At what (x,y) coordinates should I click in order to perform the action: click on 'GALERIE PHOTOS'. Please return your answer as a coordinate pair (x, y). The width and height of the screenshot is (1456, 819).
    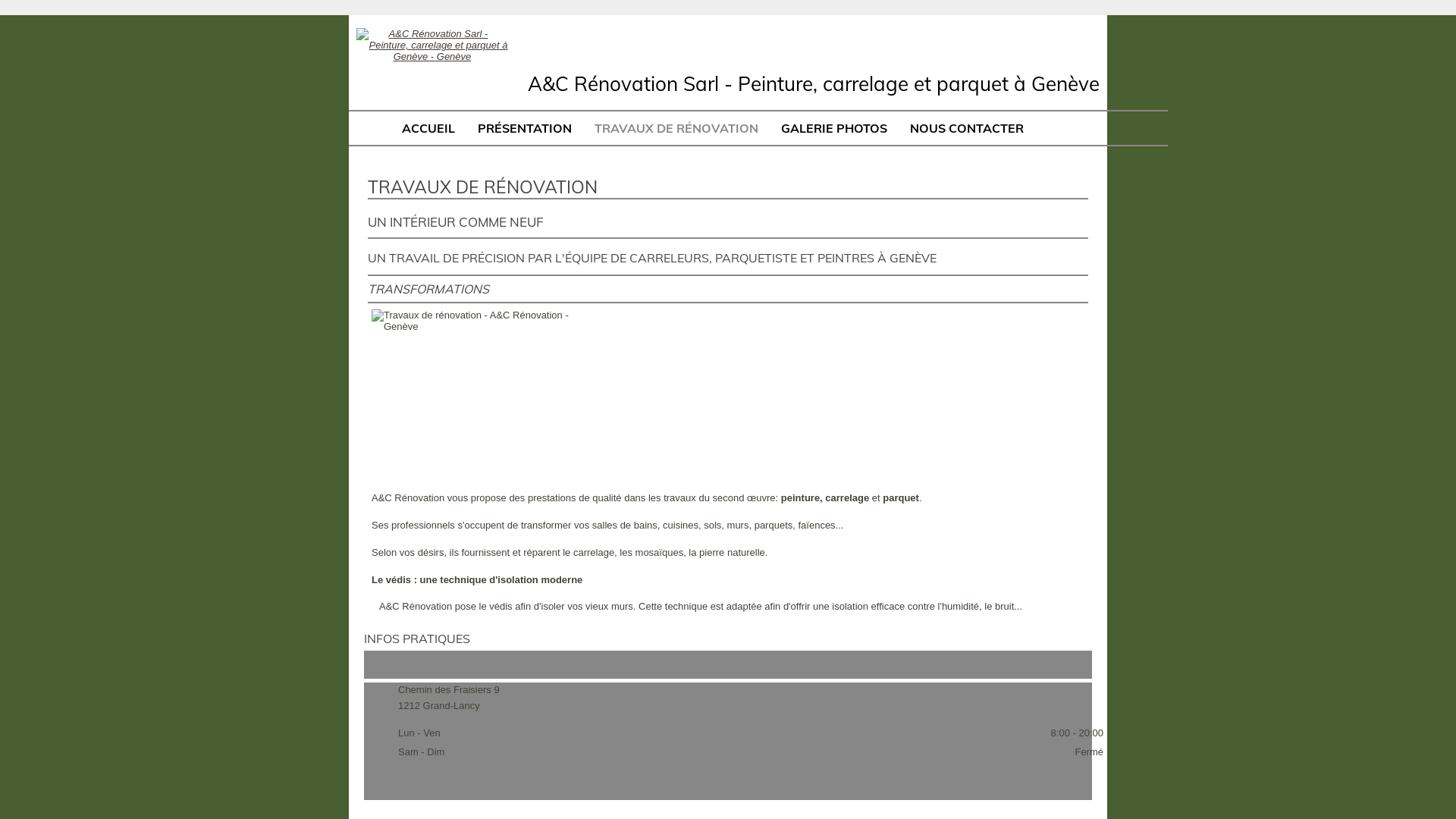
    Looking at the image, I should click on (833, 127).